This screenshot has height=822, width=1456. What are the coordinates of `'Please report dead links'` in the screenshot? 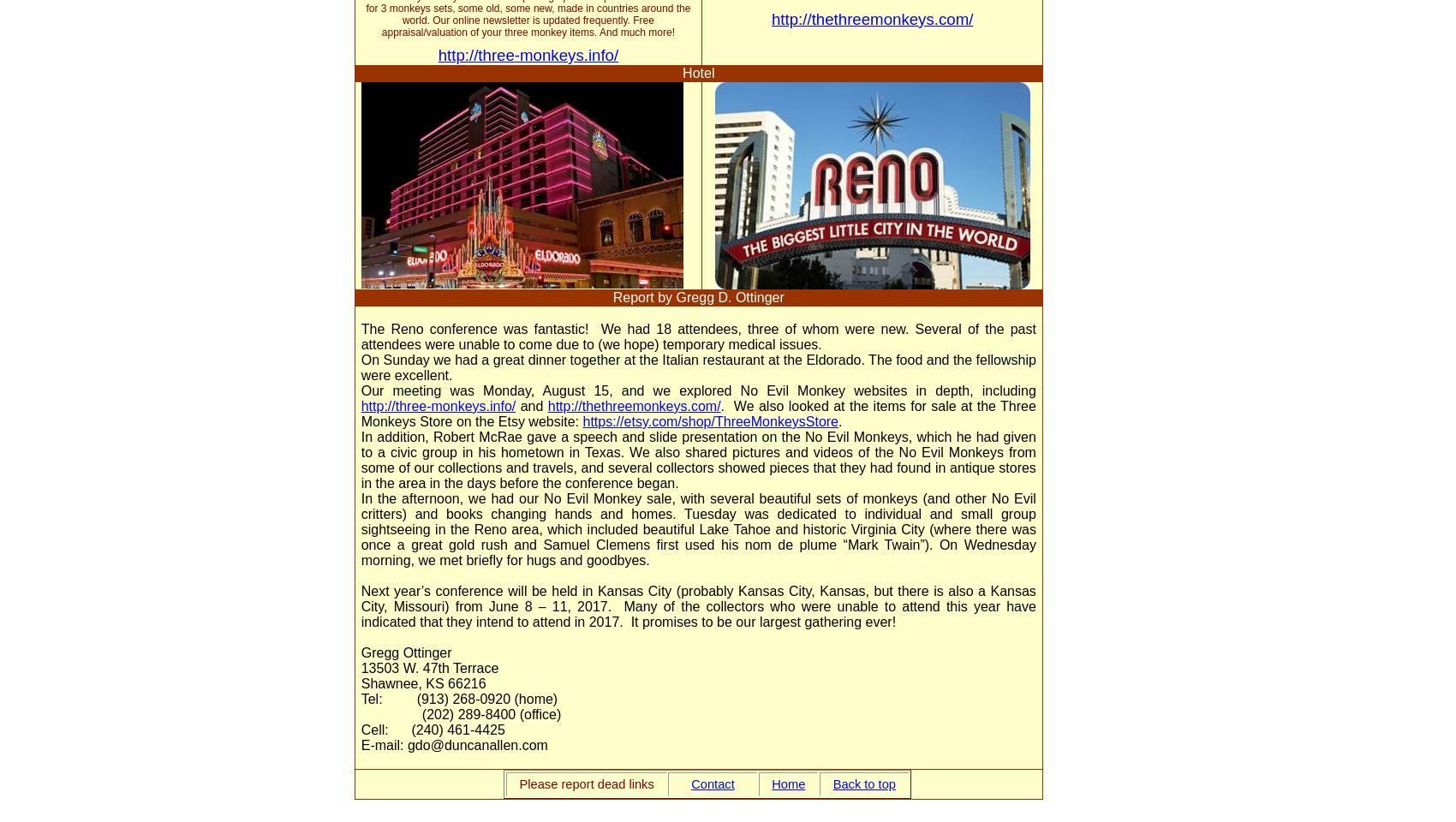 It's located at (586, 784).